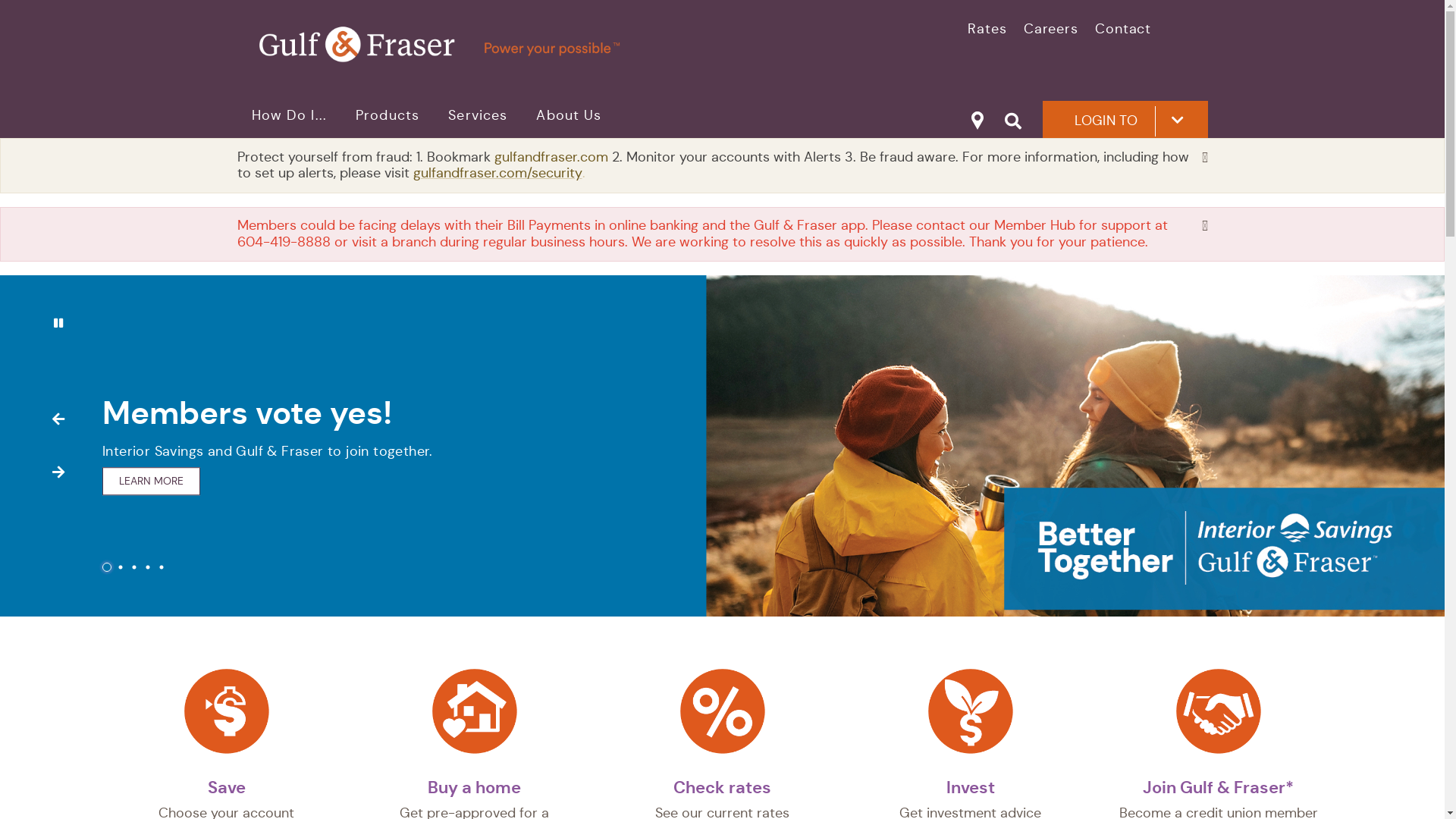 Image resolution: width=1456 pixels, height=819 pixels. Describe the element at coordinates (1218, 786) in the screenshot. I see `'Join Gulf & Fraser*'` at that location.